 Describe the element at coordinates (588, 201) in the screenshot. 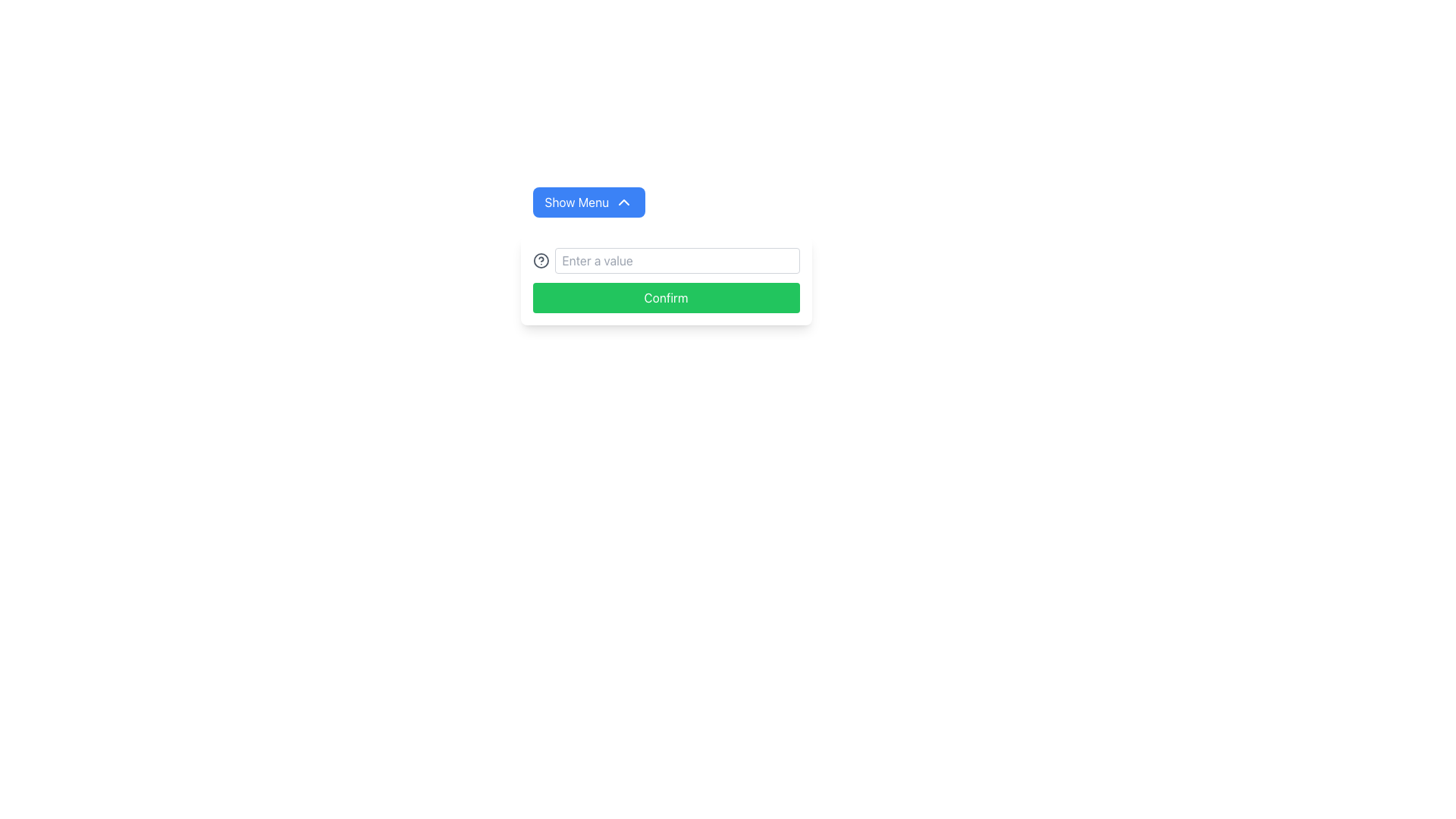

I see `the top button used` at that location.